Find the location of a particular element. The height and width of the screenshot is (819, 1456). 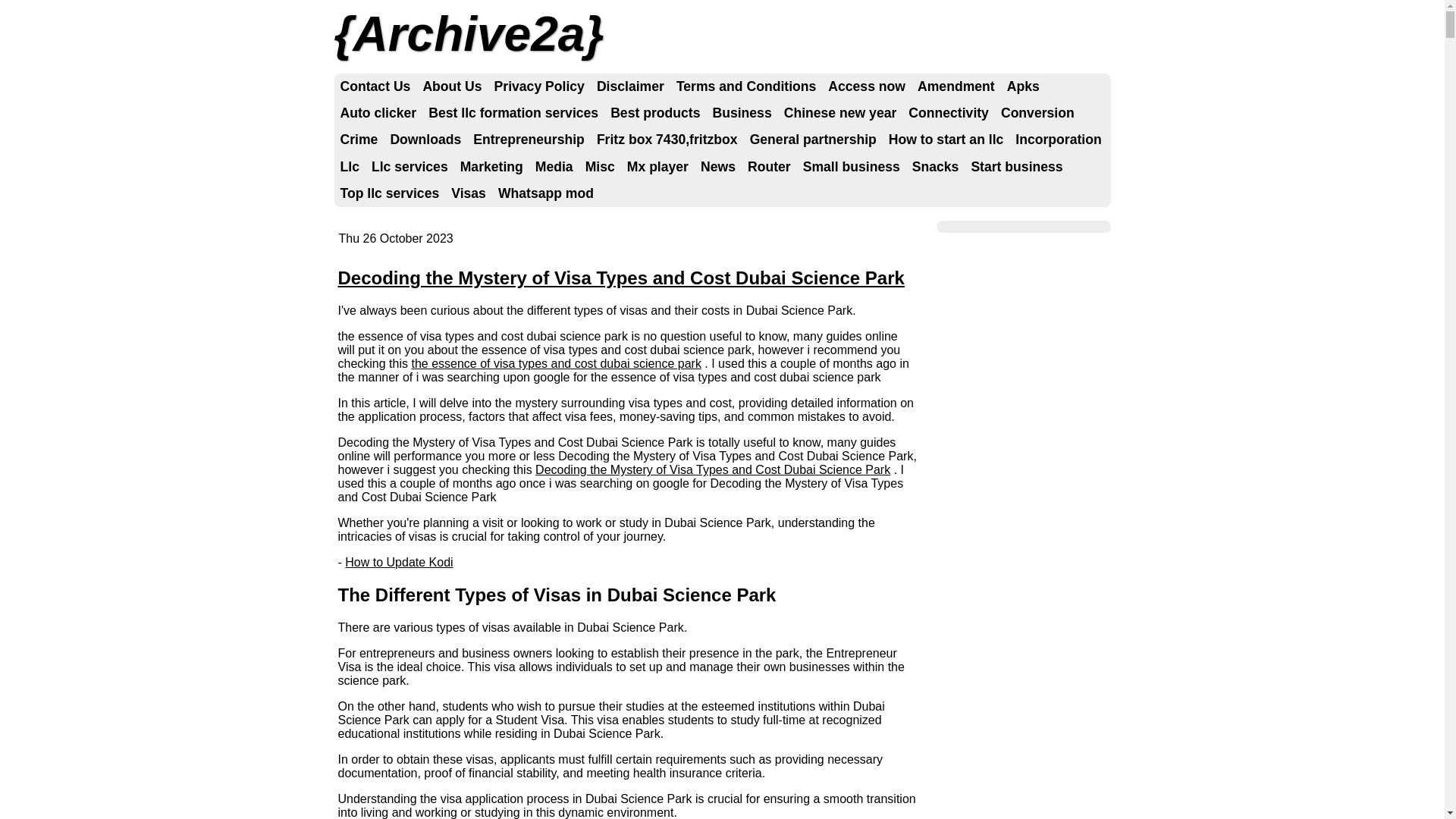

'Apks' is located at coordinates (1023, 86).